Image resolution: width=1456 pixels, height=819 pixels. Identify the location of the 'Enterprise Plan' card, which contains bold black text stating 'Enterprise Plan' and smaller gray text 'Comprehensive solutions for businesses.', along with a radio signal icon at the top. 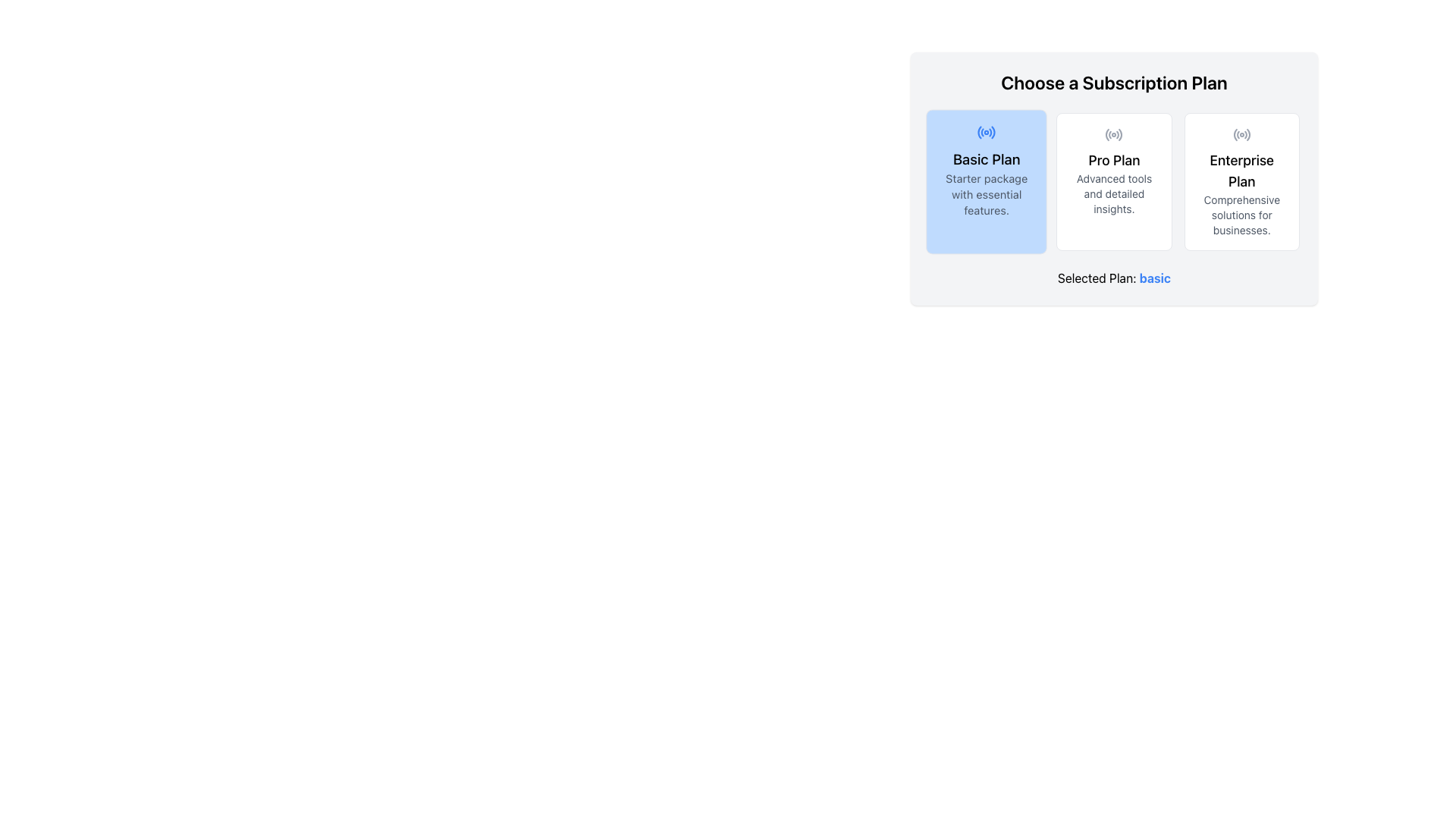
(1241, 180).